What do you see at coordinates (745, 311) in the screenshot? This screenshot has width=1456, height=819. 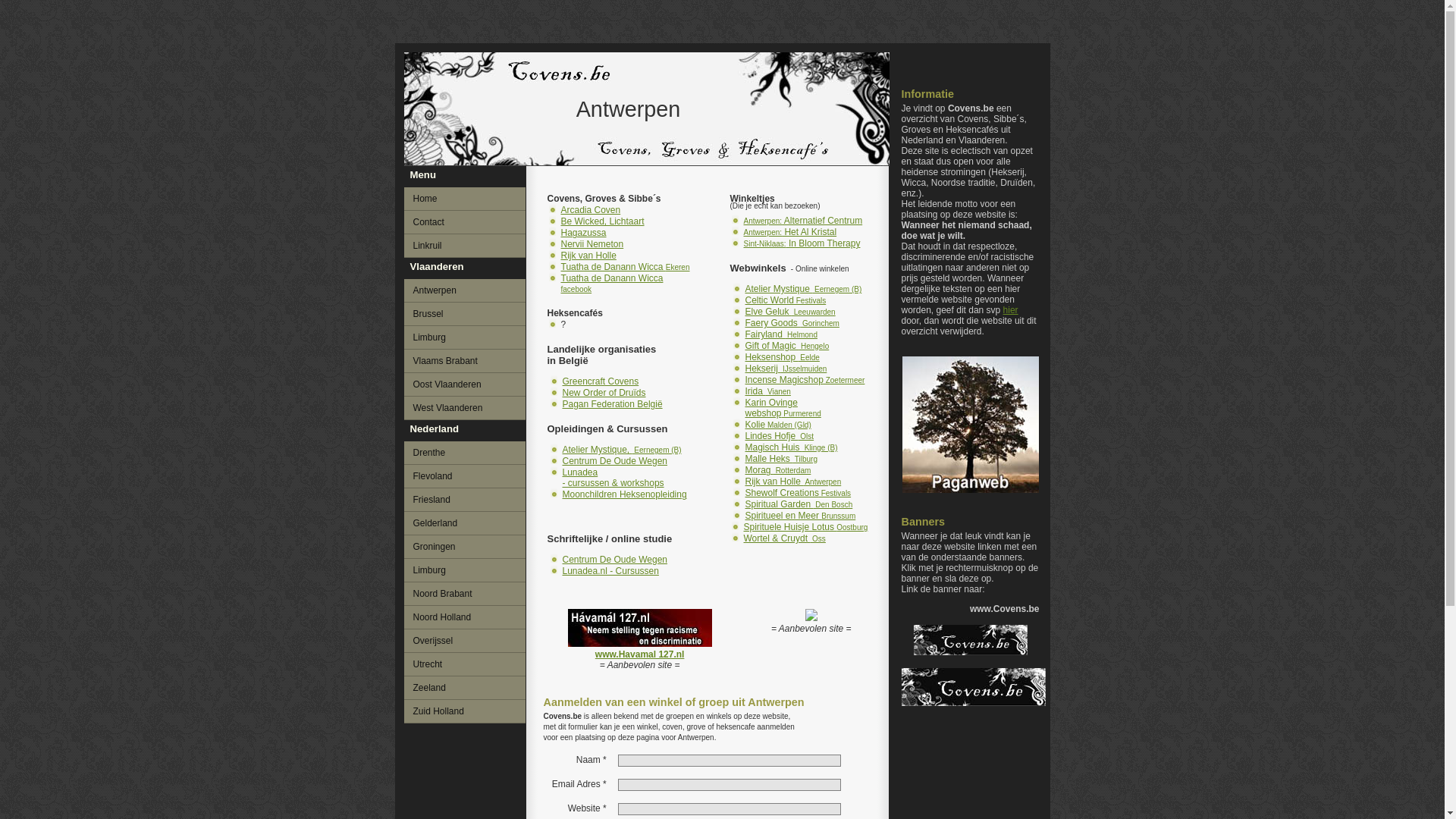 I see `'Elve Geluk  Leeuwarden'` at bounding box center [745, 311].